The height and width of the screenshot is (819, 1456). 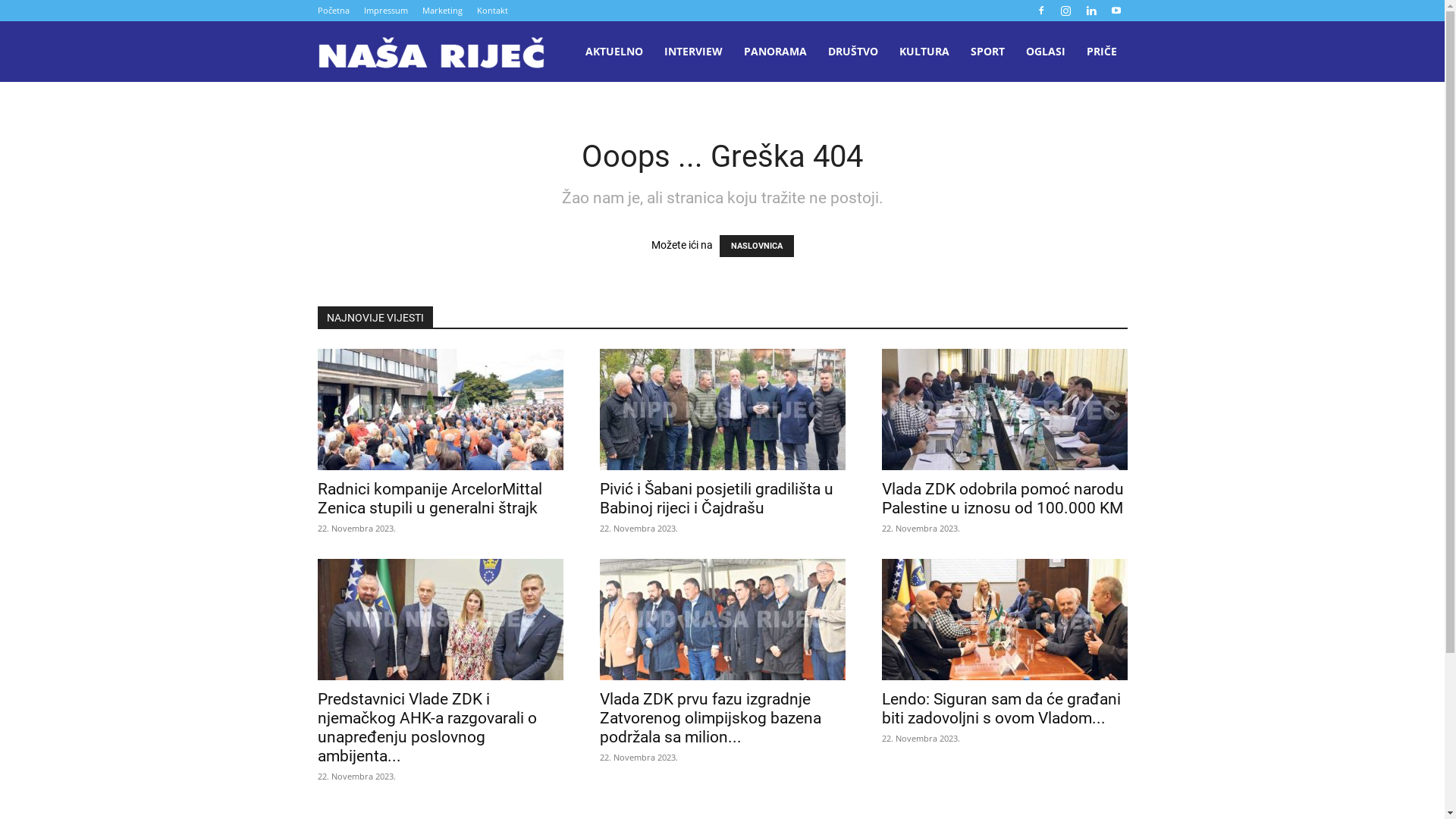 I want to click on 'Instagram', so click(x=1065, y=11).